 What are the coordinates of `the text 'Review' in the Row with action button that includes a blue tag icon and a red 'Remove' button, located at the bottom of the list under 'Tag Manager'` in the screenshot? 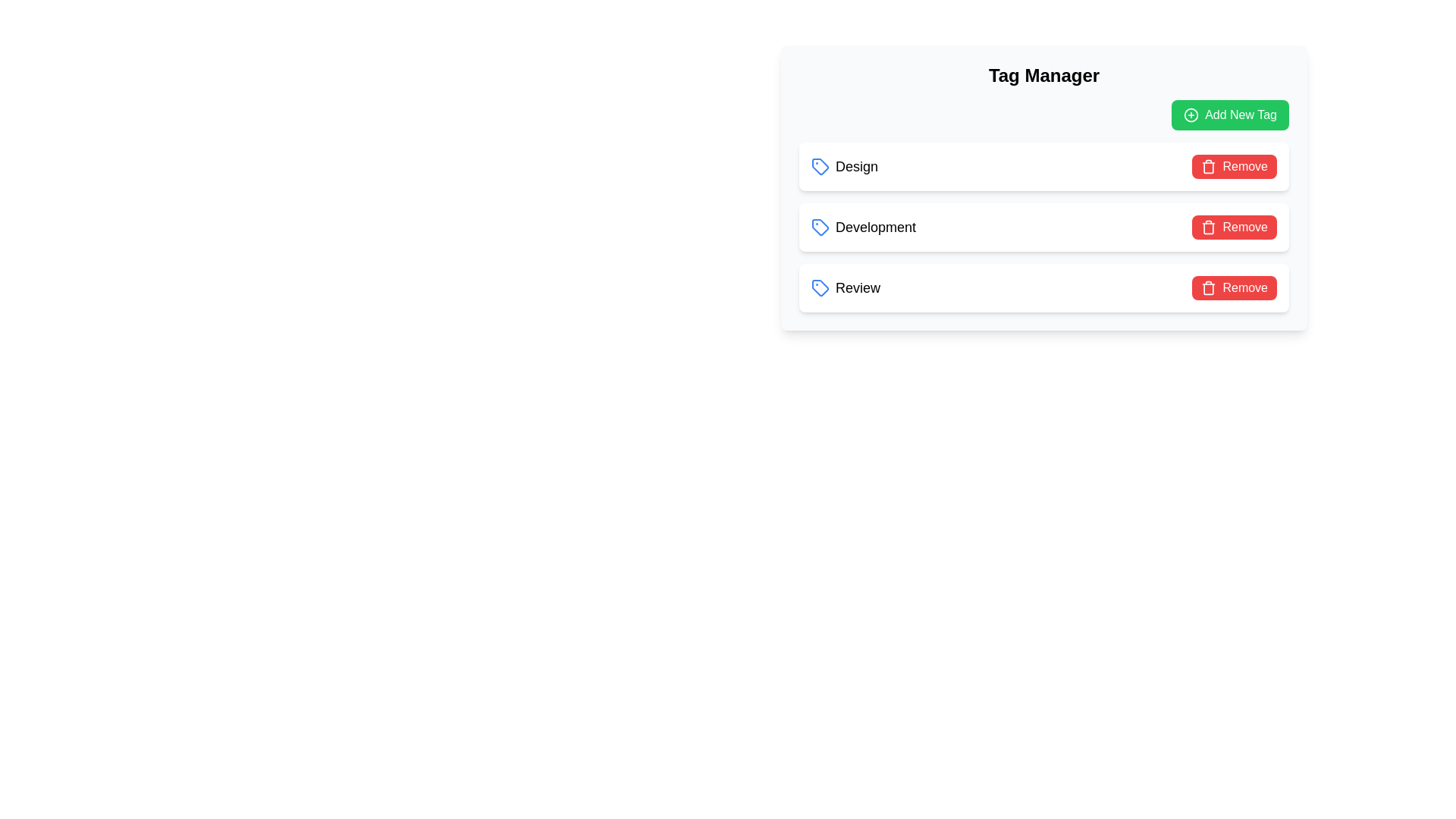 It's located at (1043, 288).